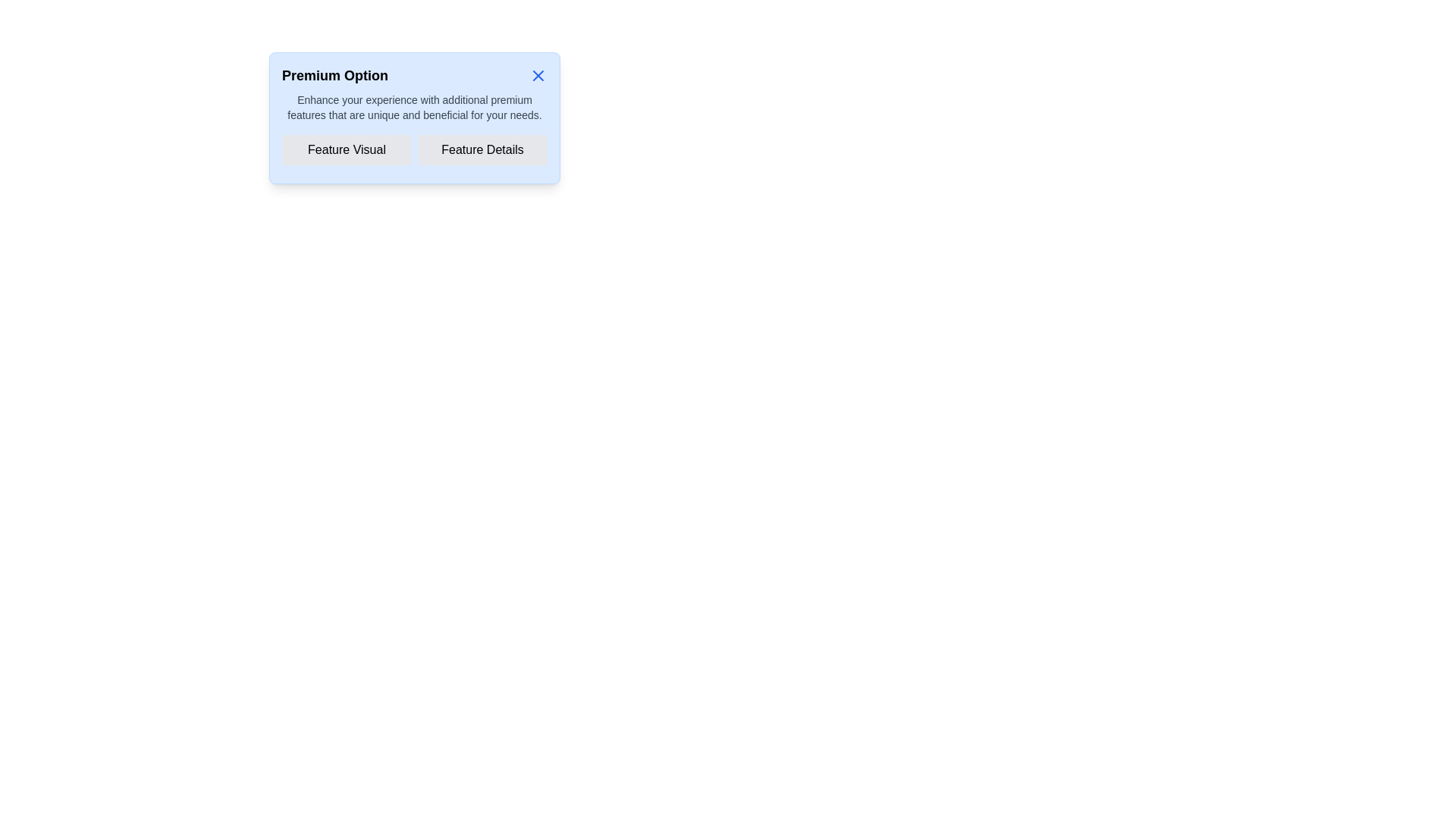 The height and width of the screenshot is (819, 1456). Describe the element at coordinates (346, 149) in the screenshot. I see `the leftmost button in the horizontal group at the bottom of the modal box` at that location.